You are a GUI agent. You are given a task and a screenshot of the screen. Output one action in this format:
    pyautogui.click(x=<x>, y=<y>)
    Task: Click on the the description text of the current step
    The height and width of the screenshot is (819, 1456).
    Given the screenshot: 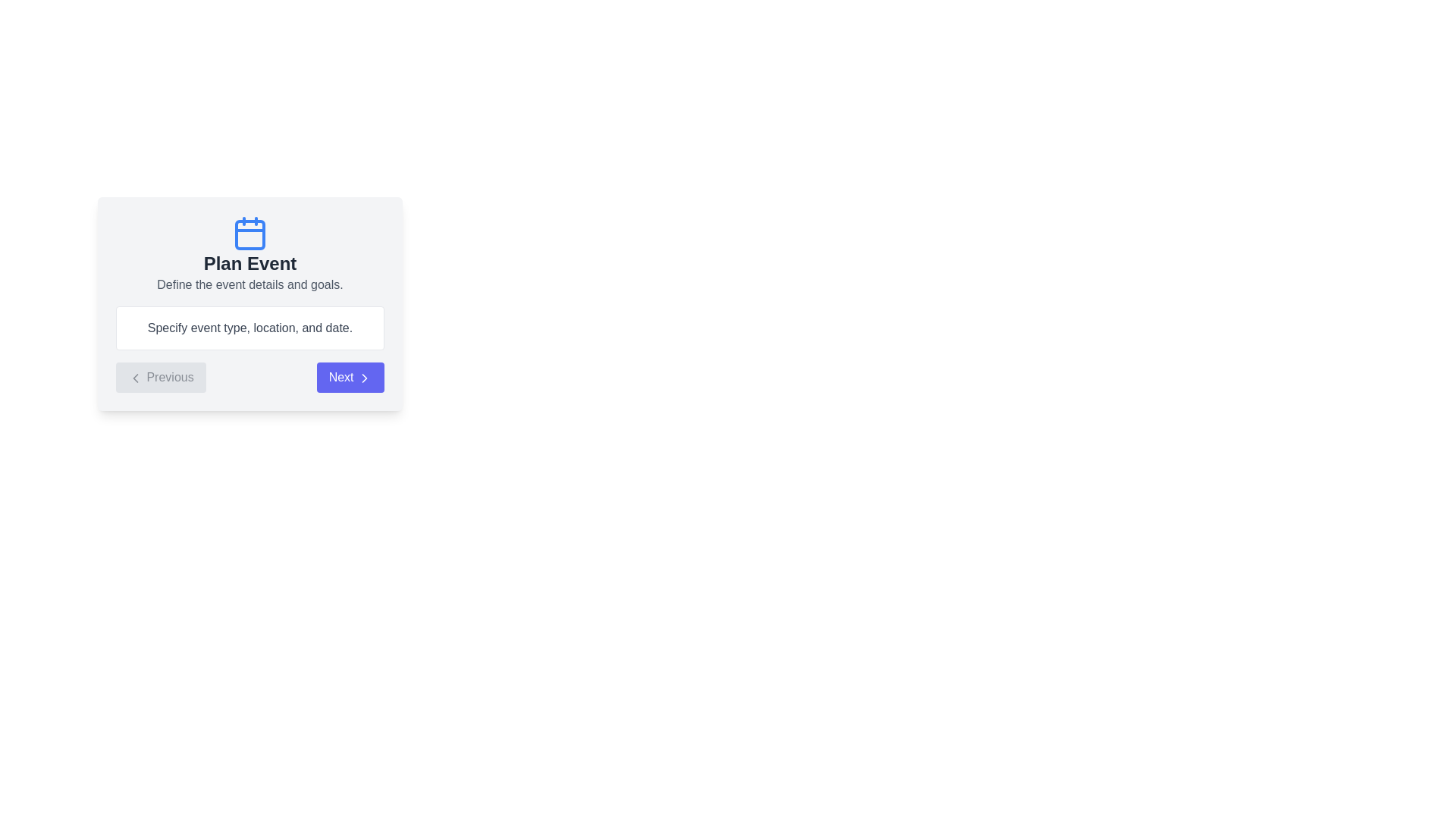 What is the action you would take?
    pyautogui.click(x=250, y=284)
    